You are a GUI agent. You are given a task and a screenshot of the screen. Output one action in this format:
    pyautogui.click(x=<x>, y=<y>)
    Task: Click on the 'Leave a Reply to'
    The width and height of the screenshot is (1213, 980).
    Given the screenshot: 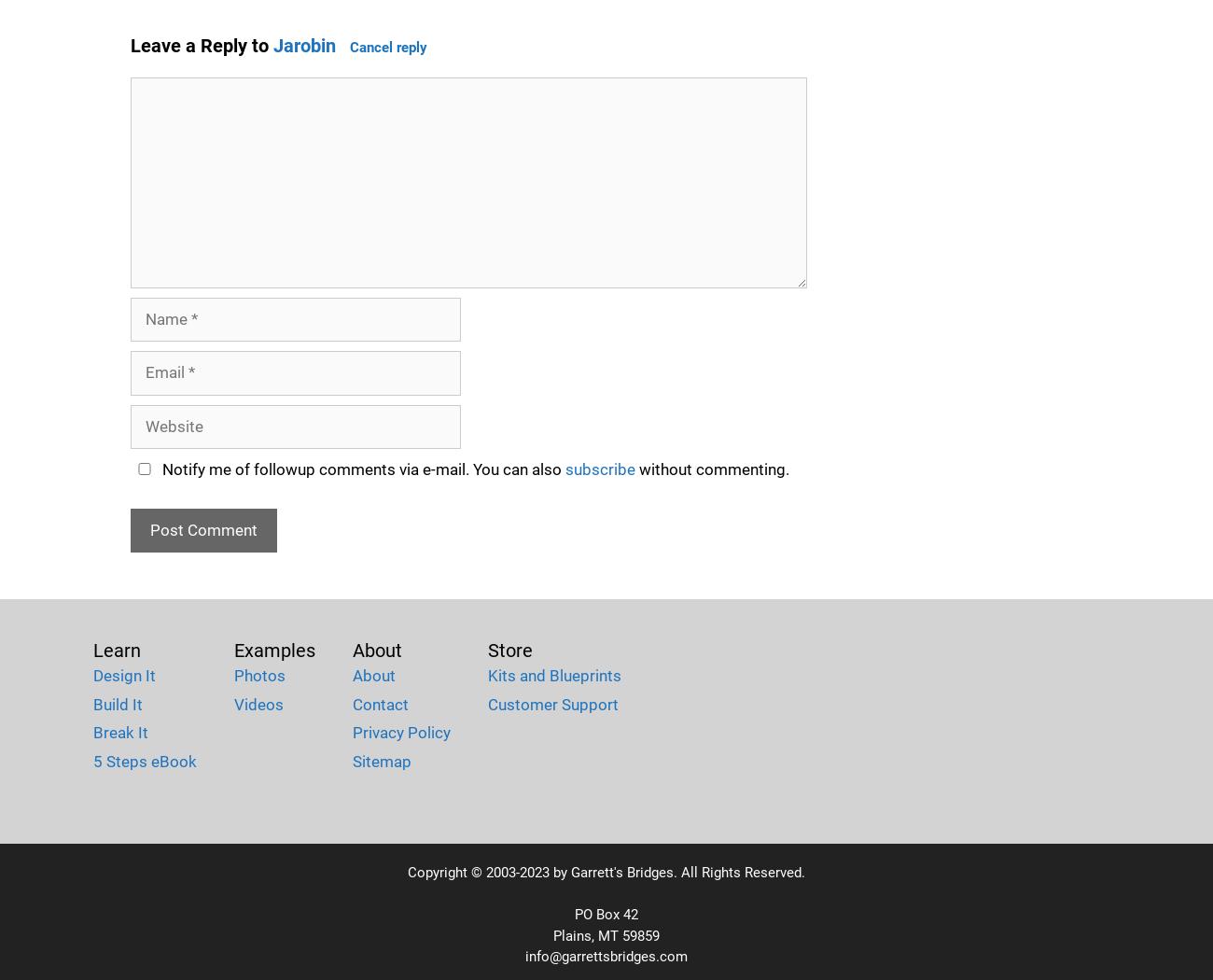 What is the action you would take?
    pyautogui.click(x=202, y=43)
    